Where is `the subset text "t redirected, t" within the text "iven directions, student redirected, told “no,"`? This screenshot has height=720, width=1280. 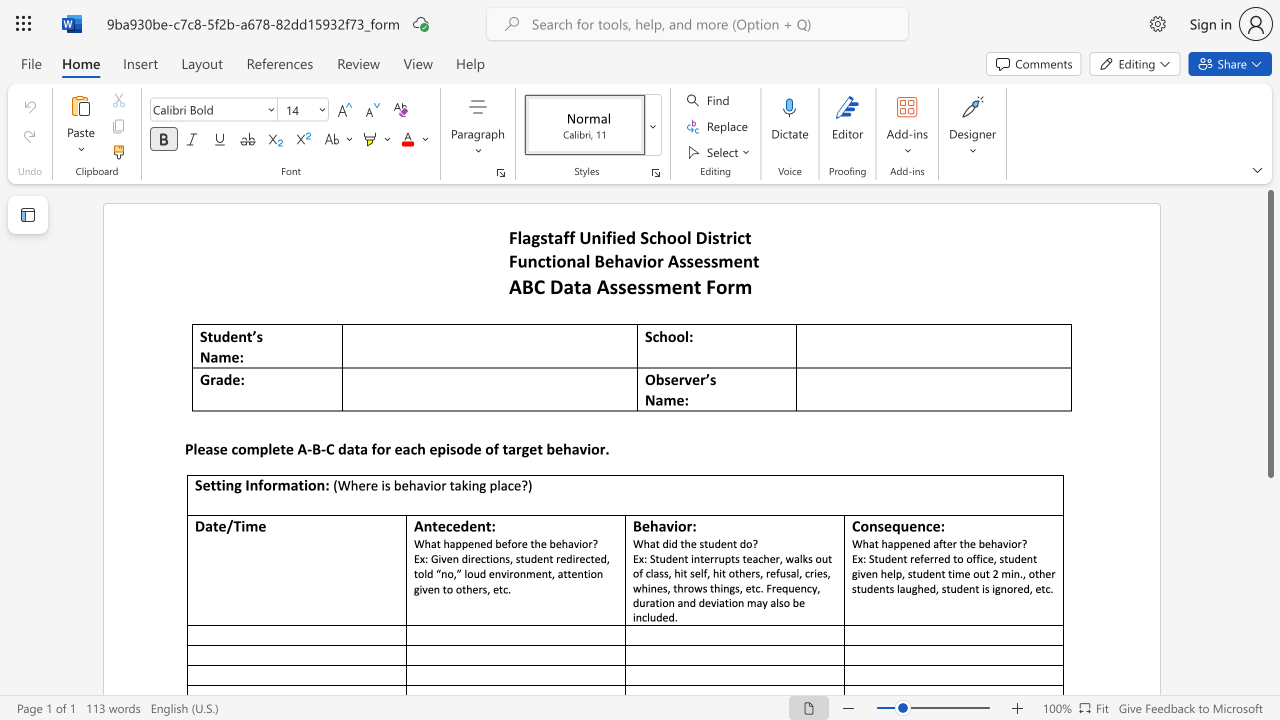 the subset text "t redirected, t" within the text "iven directions, student redirected, told “no," is located at coordinates (549, 558).